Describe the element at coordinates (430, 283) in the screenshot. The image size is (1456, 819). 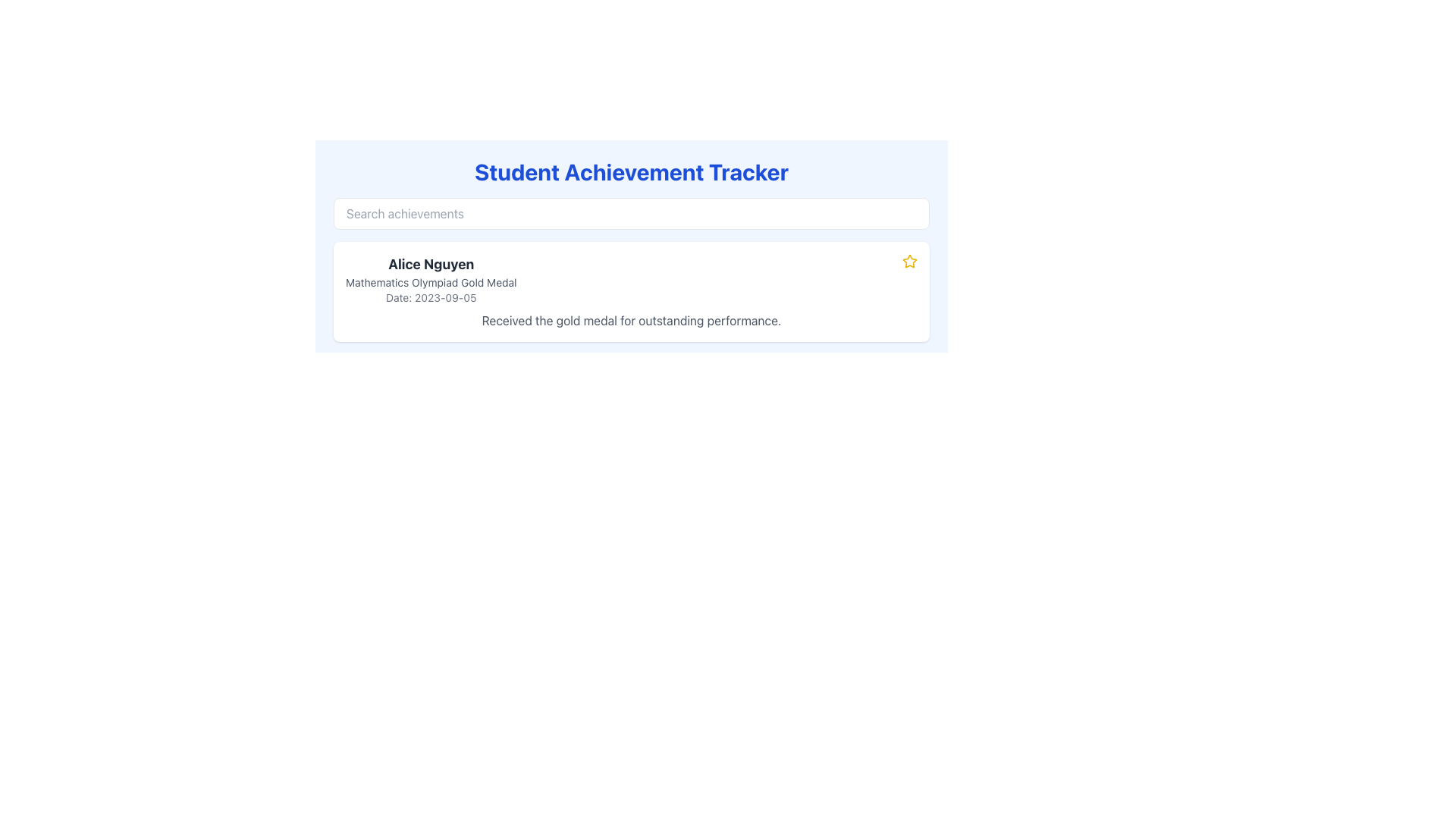
I see `the static text element that describes the achievement associated with the user, positioned below the title 'Alice Nguyen' and above the text 'Date: 2023-09-05'` at that location.